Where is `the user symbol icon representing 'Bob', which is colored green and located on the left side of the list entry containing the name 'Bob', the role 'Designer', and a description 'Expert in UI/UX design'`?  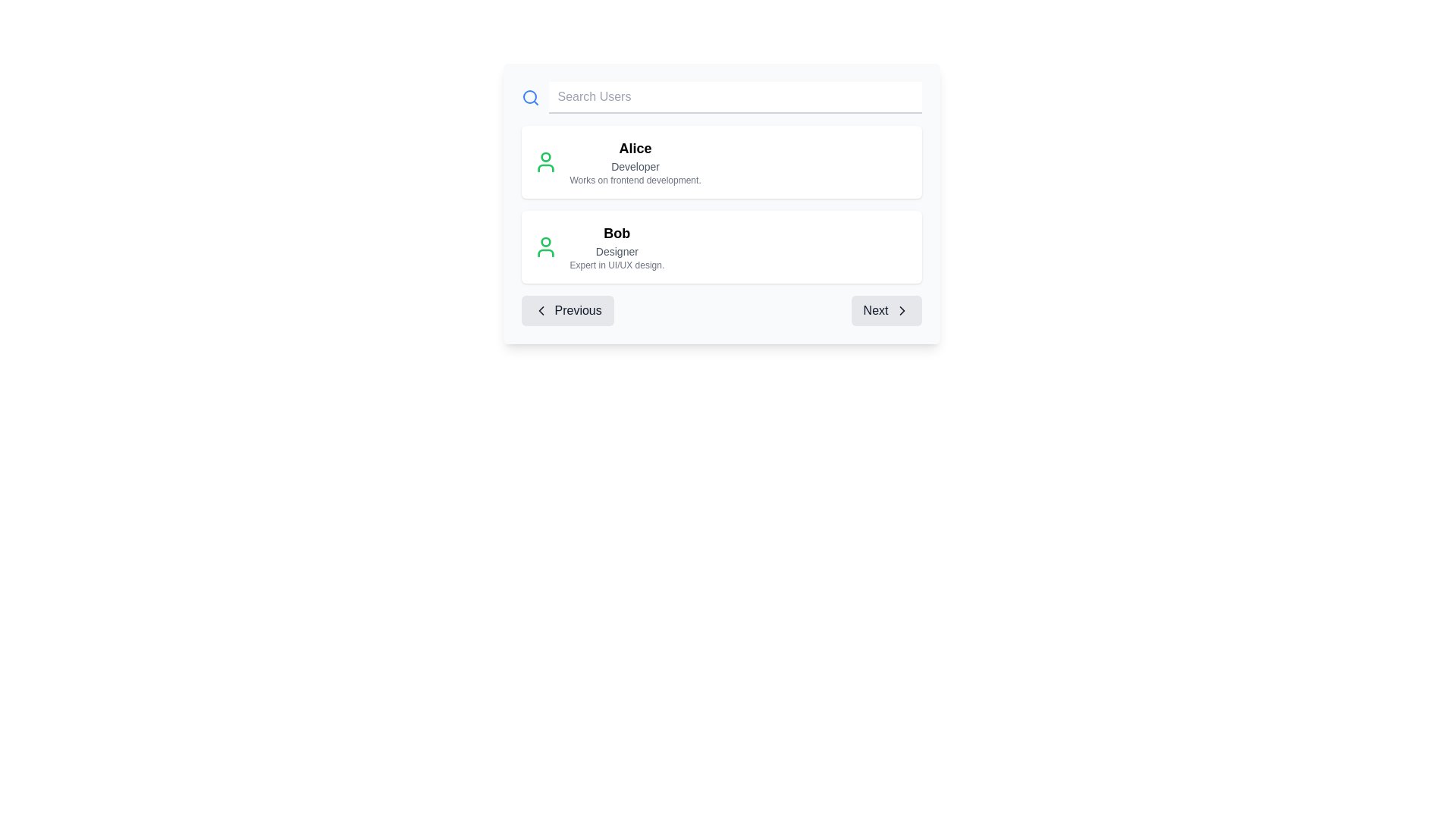
the user symbol icon representing 'Bob', which is colored green and located on the left side of the list entry containing the name 'Bob', the role 'Designer', and a description 'Expert in UI/UX design' is located at coordinates (545, 246).